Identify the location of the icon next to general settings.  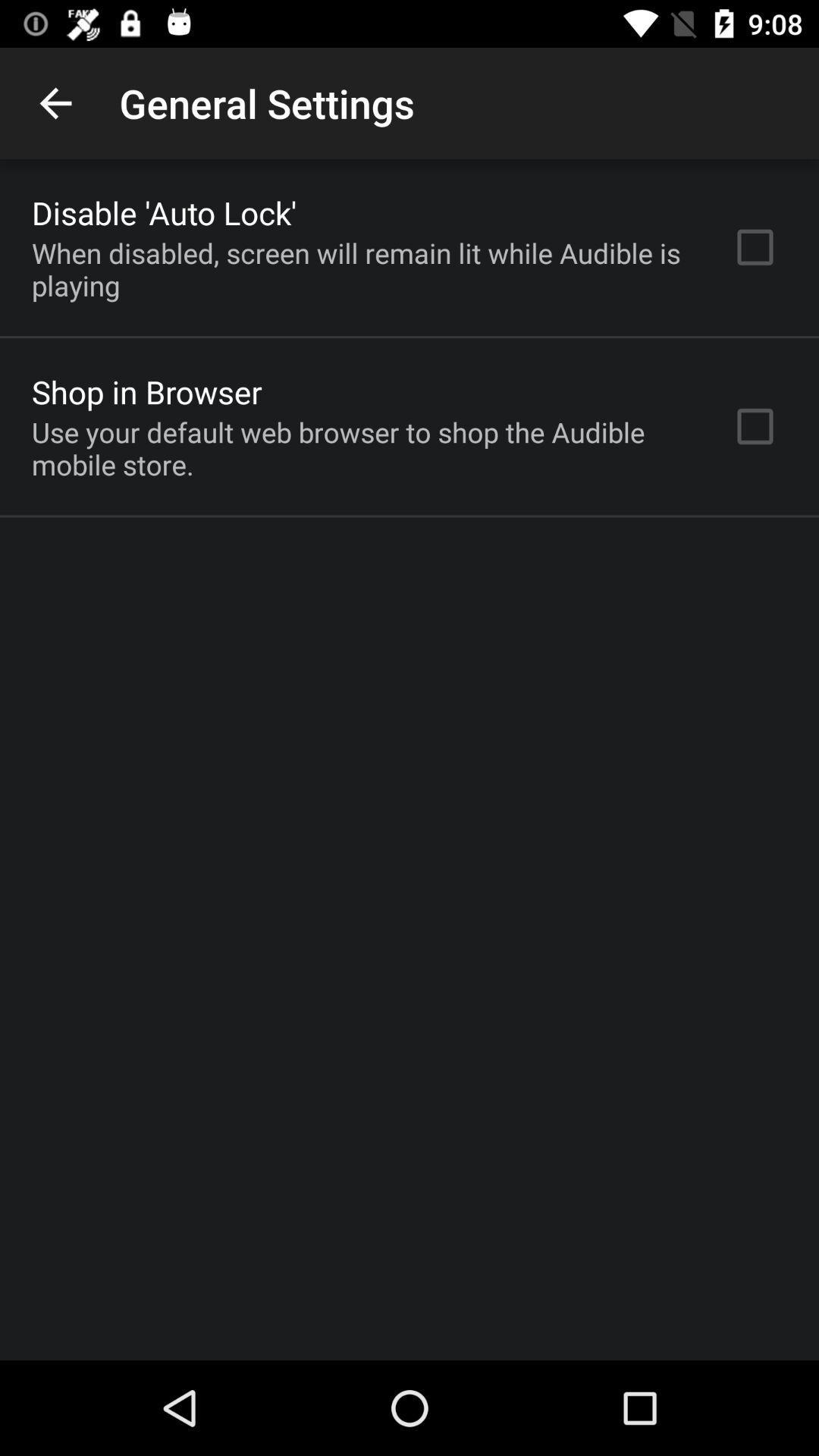
(55, 102).